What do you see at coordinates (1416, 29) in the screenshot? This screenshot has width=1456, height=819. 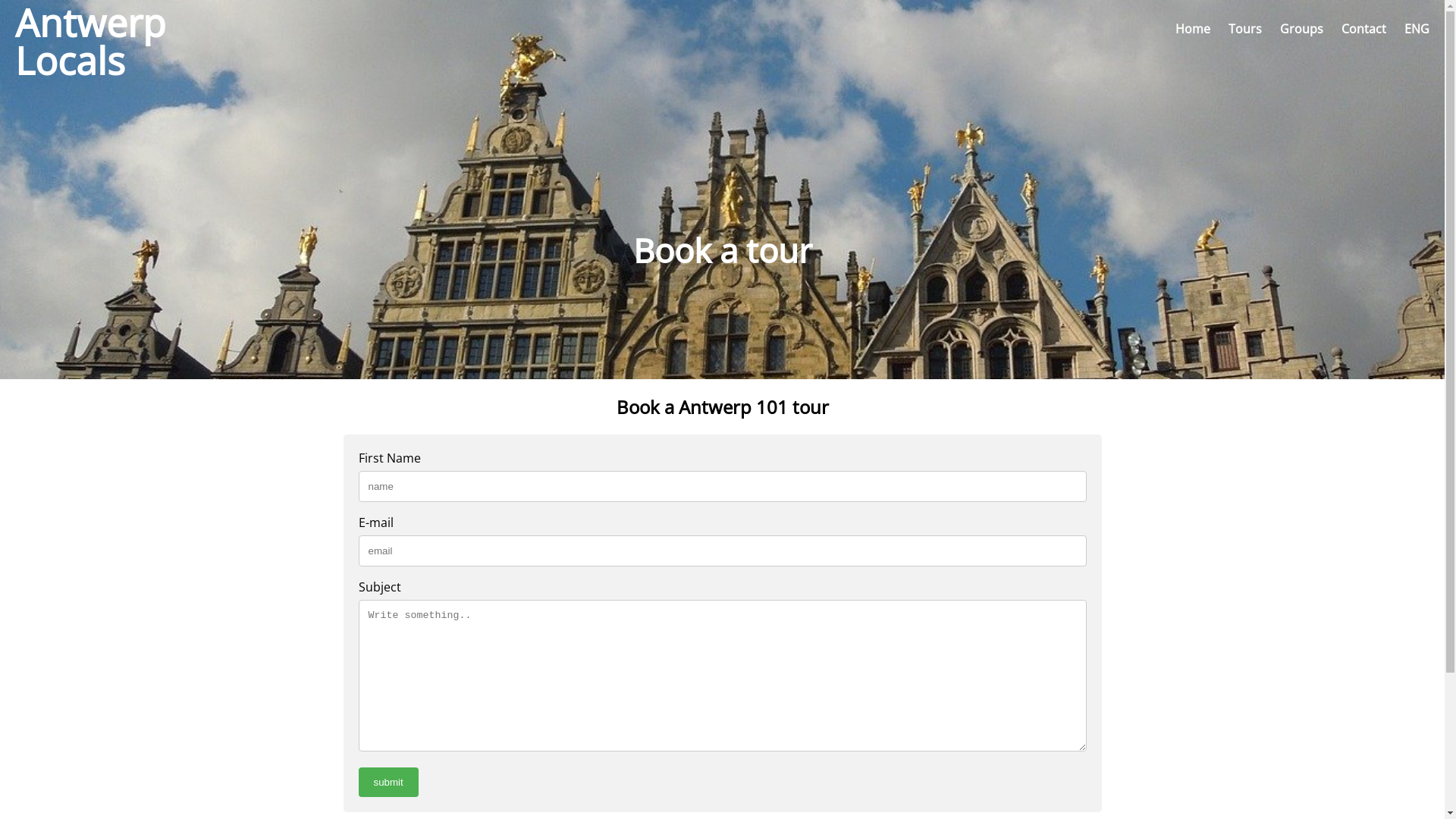 I see `'ENG'` at bounding box center [1416, 29].